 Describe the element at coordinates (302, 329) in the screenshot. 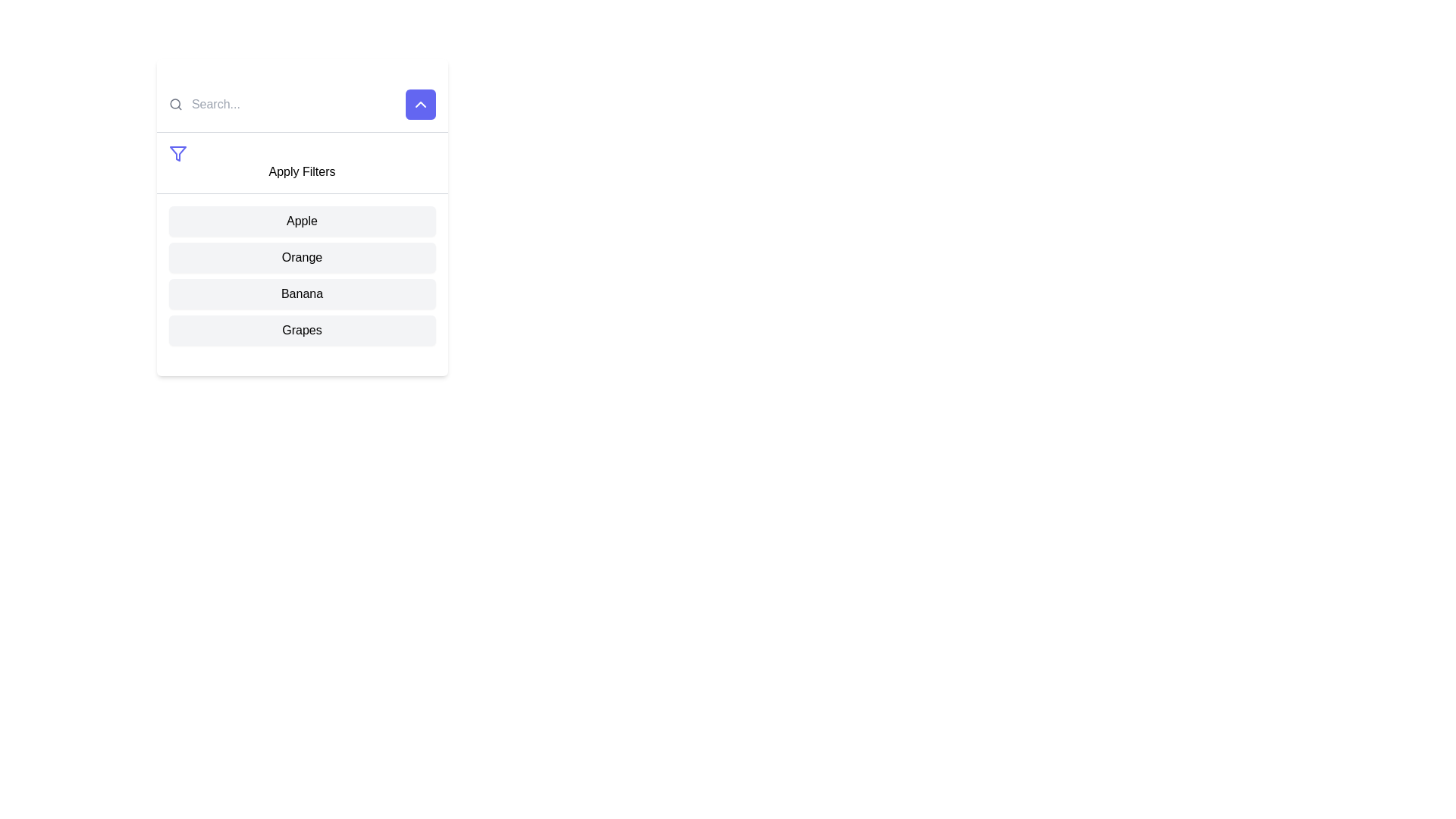

I see `the 'Grapes' button-like list item, which is the last item in a vertically stacked list with a light gray background and black centered text` at that location.